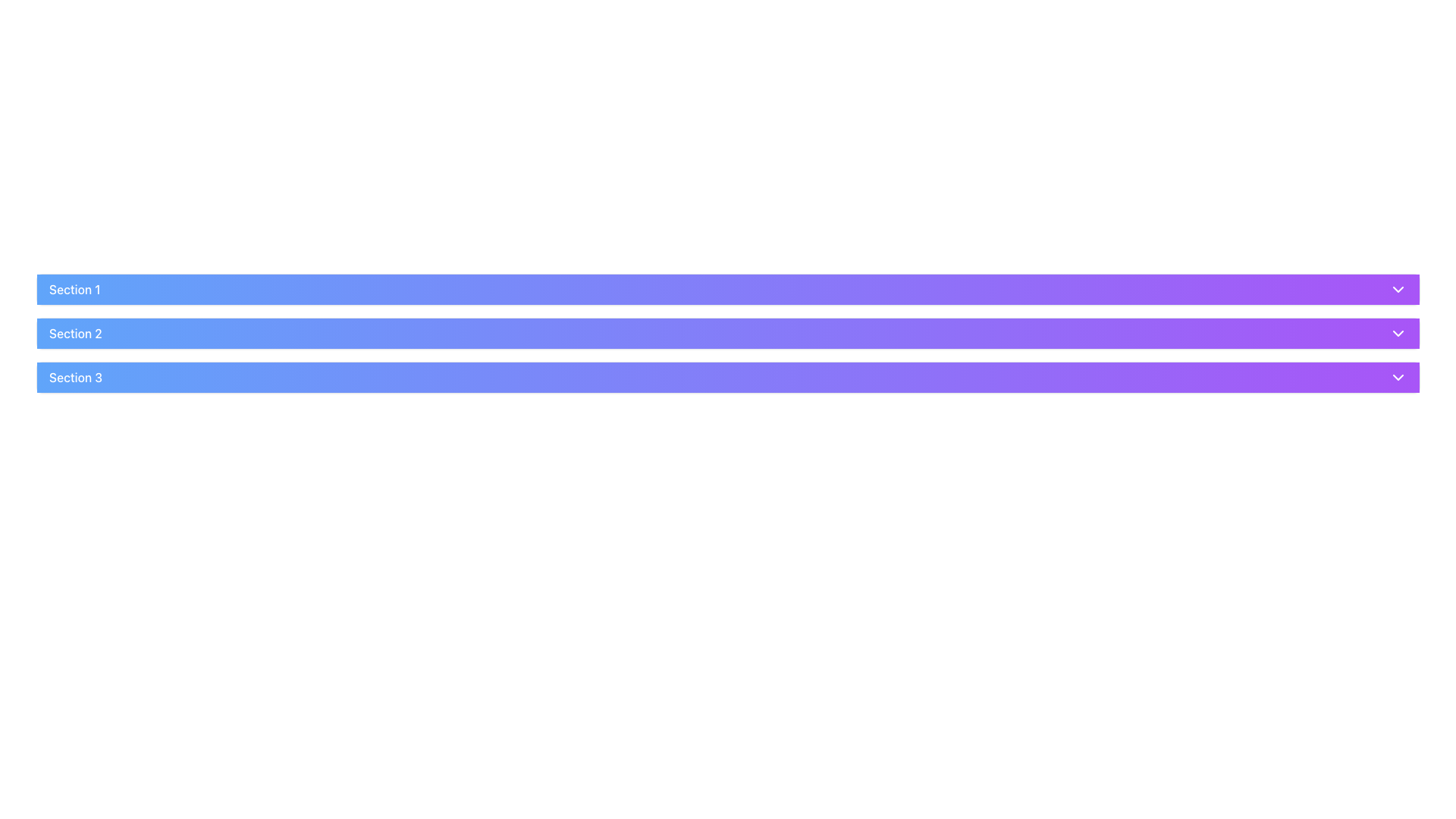  What do you see at coordinates (1397, 376) in the screenshot?
I see `the icon located at the far right edge of the Section 3 bar` at bounding box center [1397, 376].